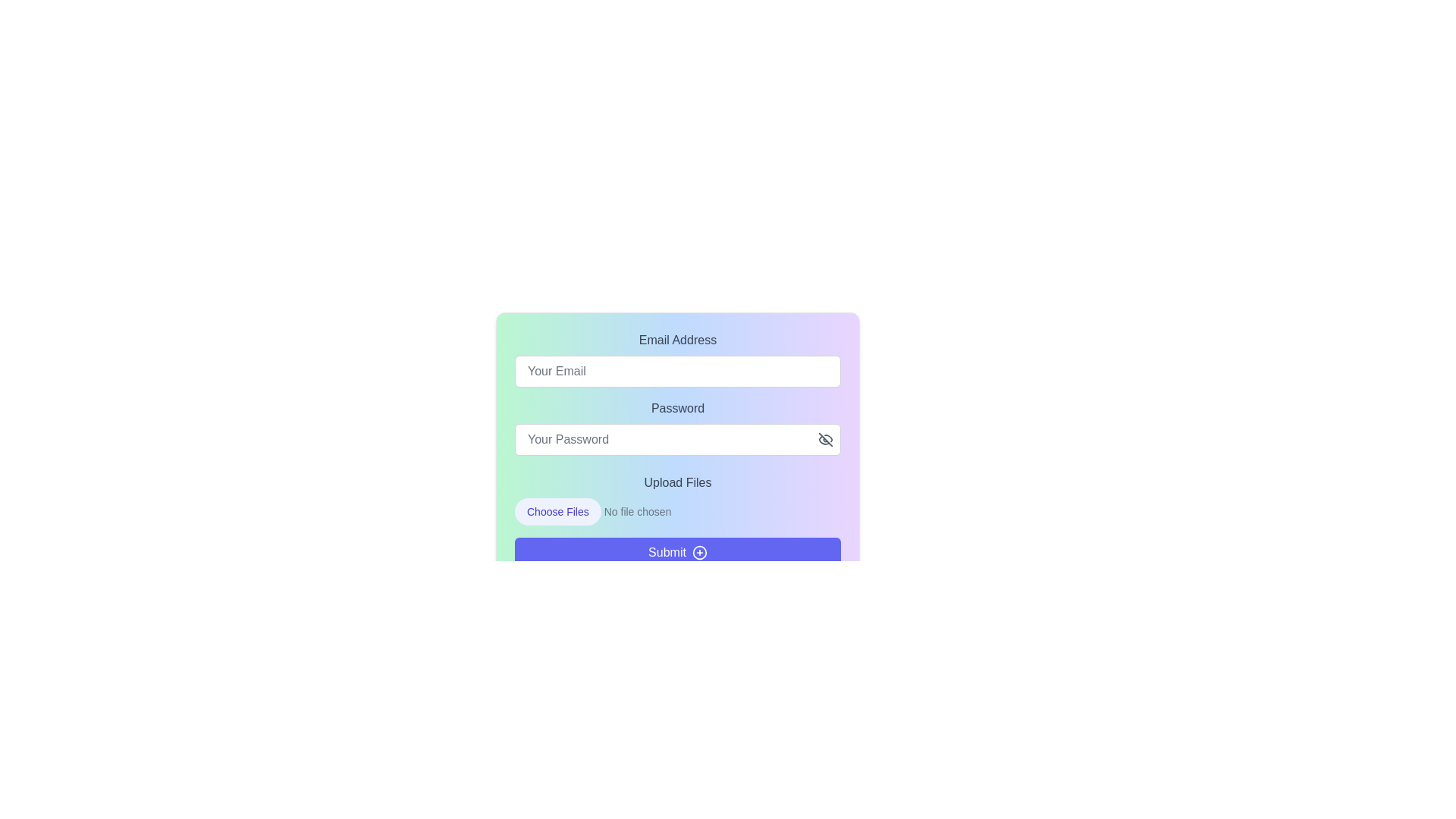 This screenshot has height=819, width=1456. What do you see at coordinates (676, 449) in the screenshot?
I see `the 'Password' input field, which is a rectangular input field with rounded corners and a gradient background, to focus on it` at bounding box center [676, 449].